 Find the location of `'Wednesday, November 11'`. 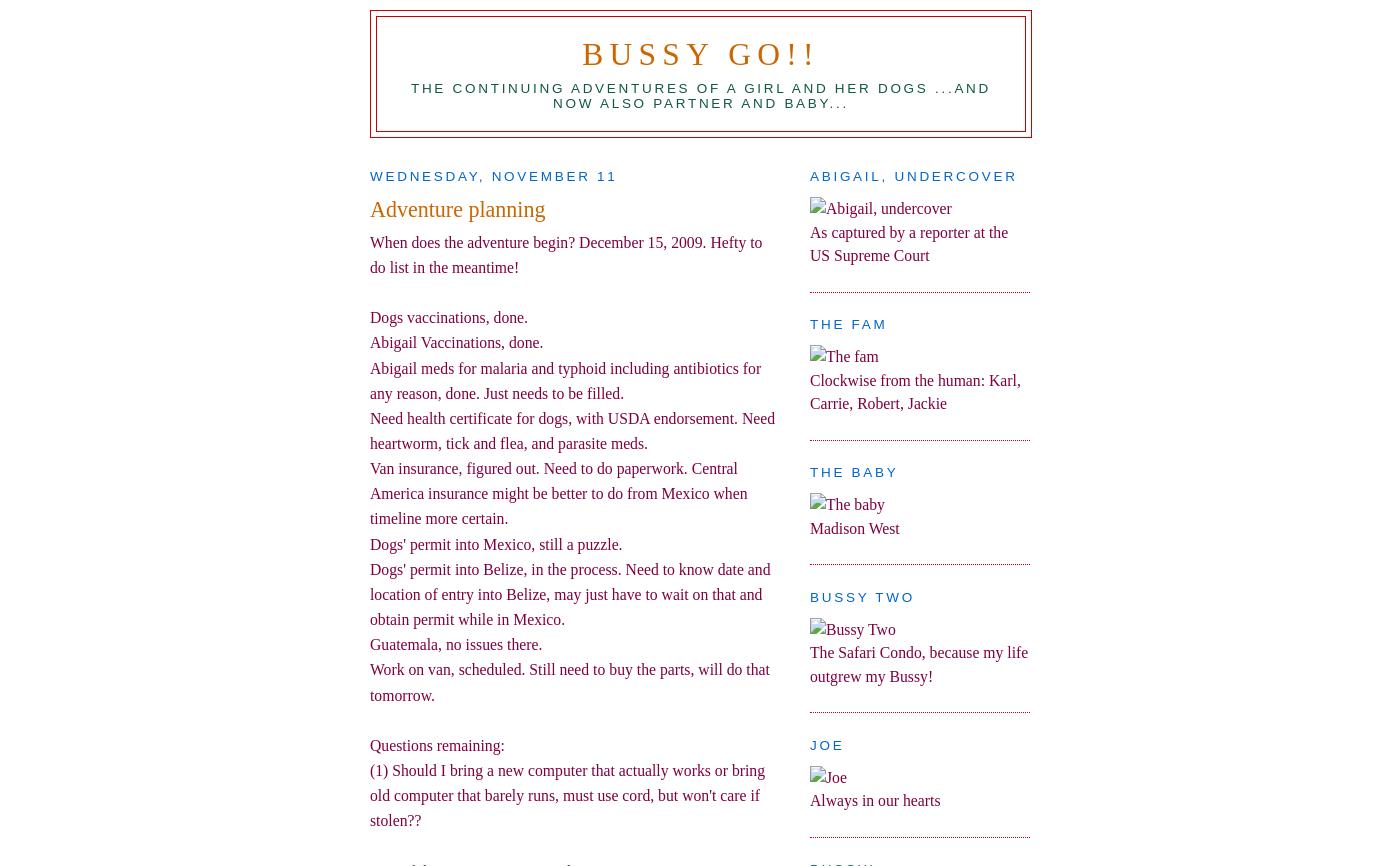

'Wednesday, November 11' is located at coordinates (493, 176).